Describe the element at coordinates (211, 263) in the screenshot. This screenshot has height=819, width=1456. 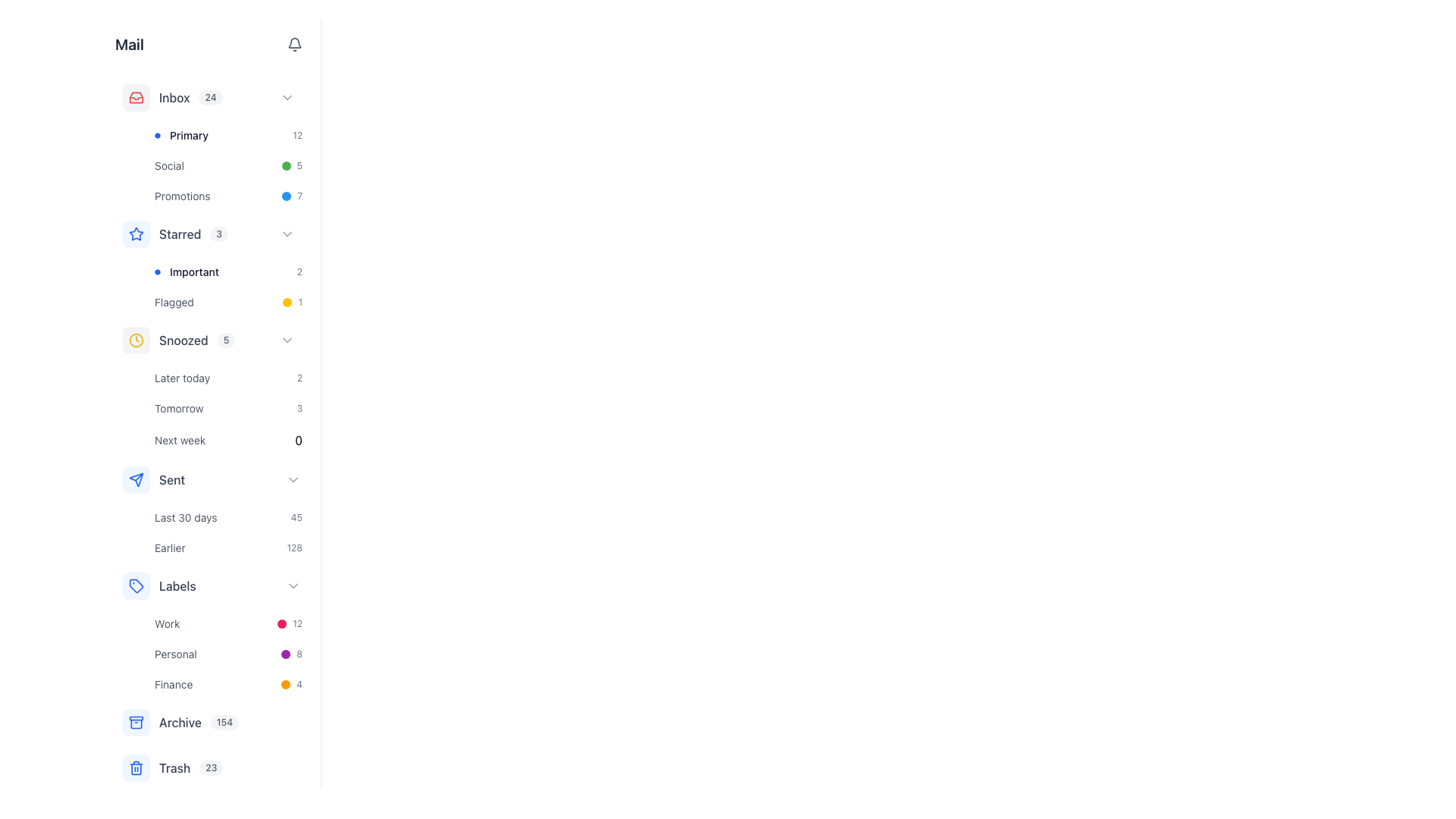
I see `the 'Important' filter option in the second position of the expanded 'Starred' section in the left-hand navigation panel` at that location.